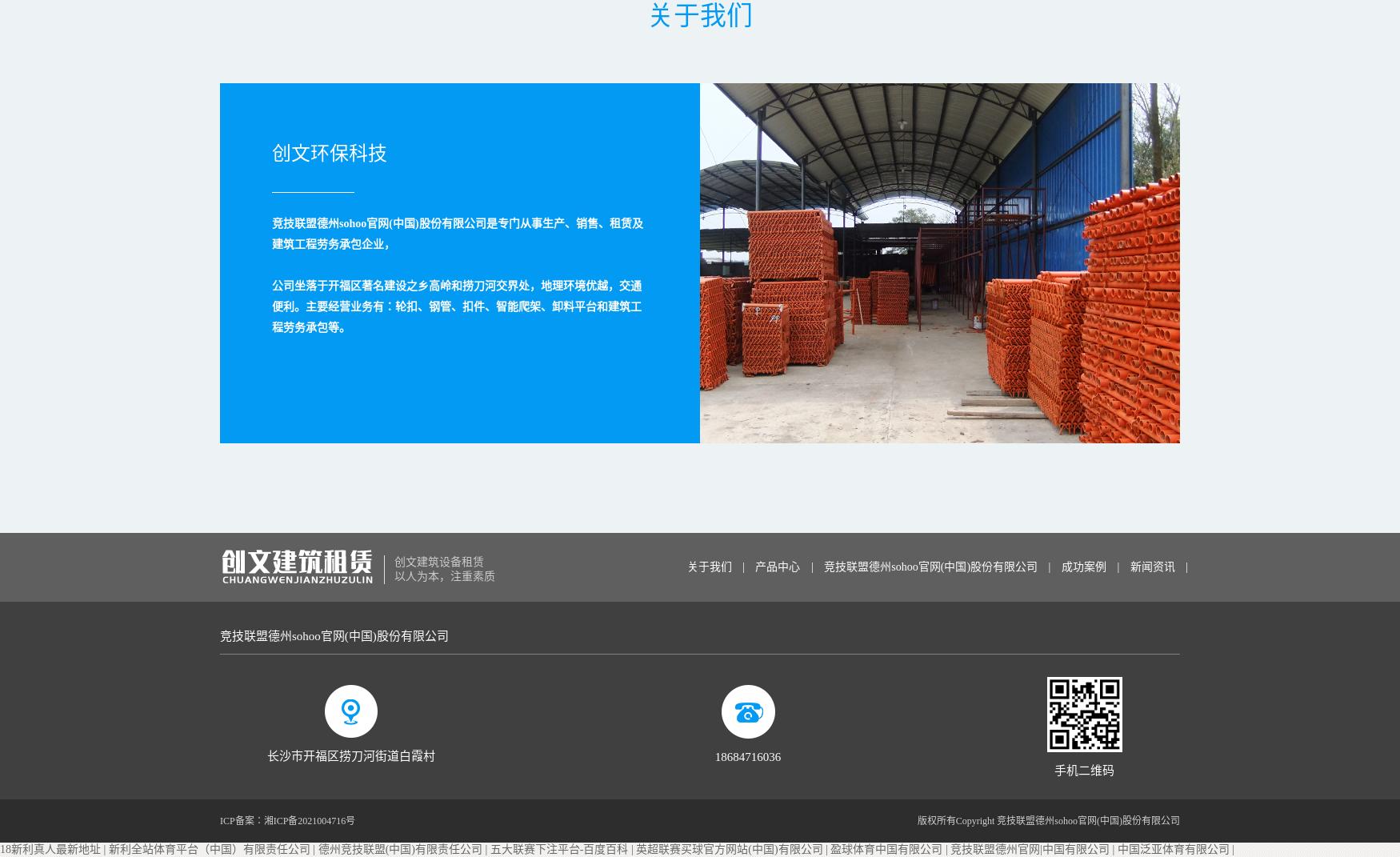 The image size is (1400, 857). What do you see at coordinates (457, 234) in the screenshot?
I see `'竞技联盟德州sohoo官网(中国)股份有限公司是专门从事生产、销售、租赁及建筑工程劳务承包企业，'` at bounding box center [457, 234].